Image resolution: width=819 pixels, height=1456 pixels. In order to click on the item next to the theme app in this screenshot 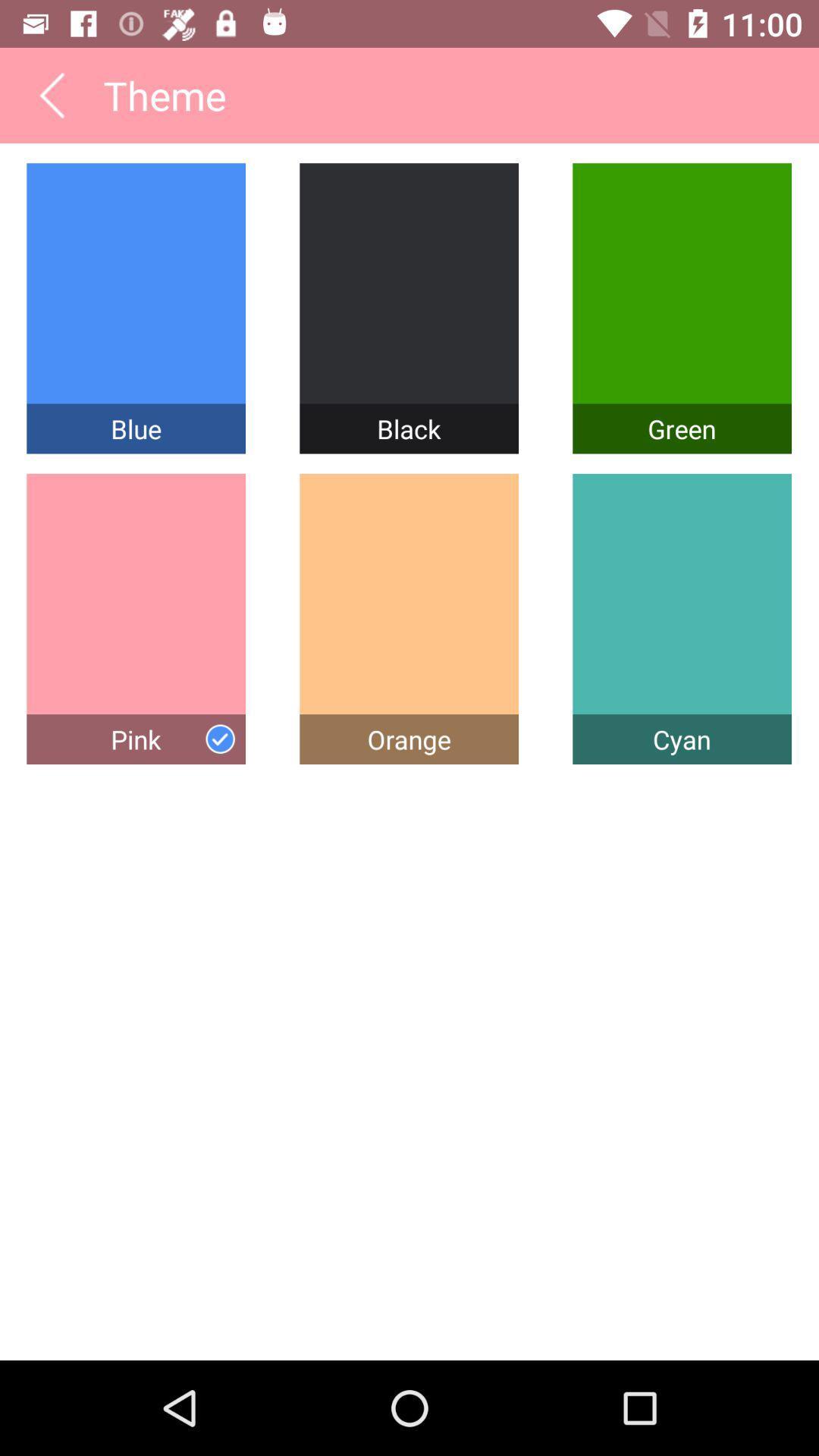, I will do `click(51, 94)`.